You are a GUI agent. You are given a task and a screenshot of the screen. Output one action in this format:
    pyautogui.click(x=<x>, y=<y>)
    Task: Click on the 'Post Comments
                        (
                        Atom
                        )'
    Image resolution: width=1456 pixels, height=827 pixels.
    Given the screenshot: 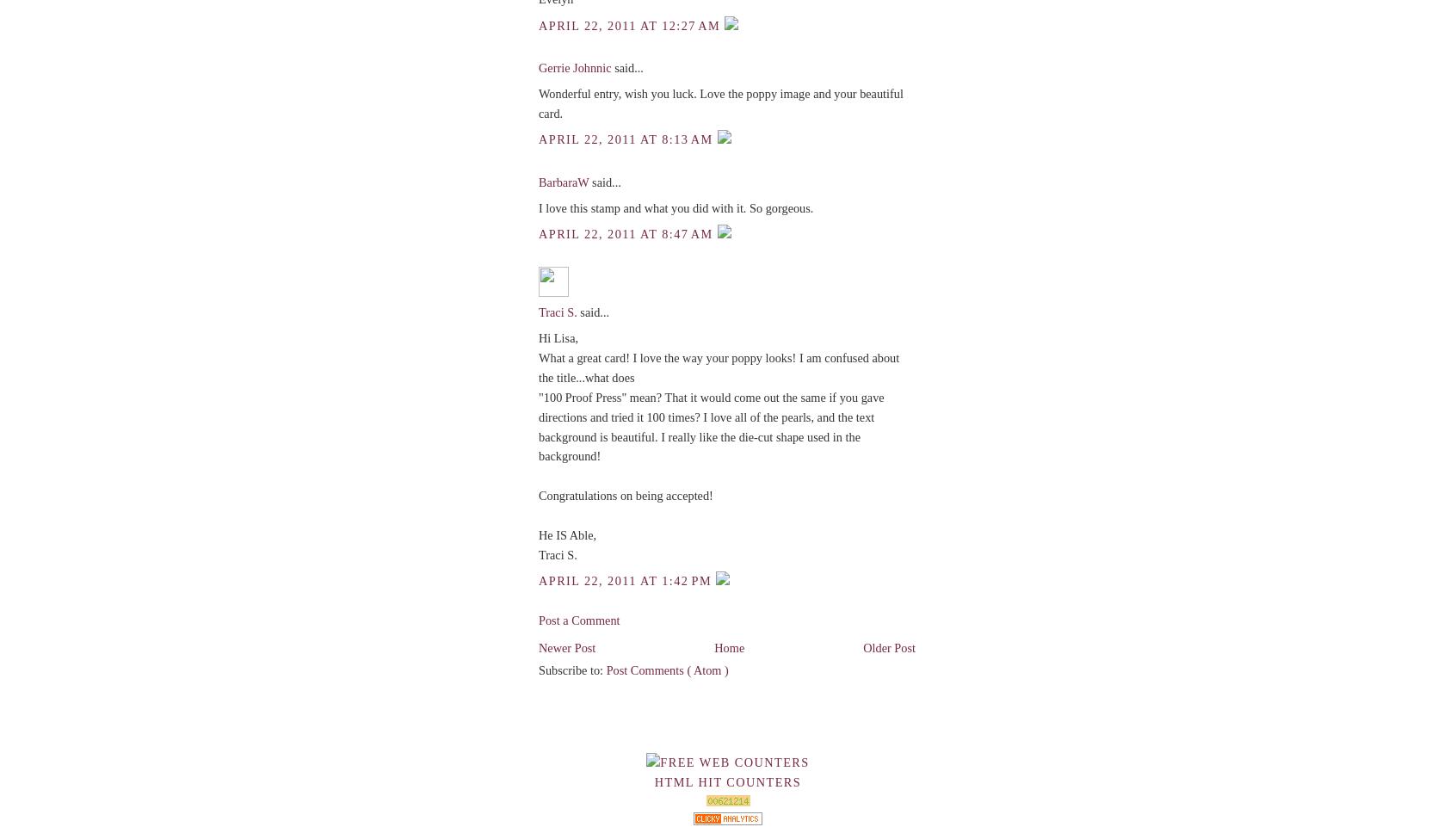 What is the action you would take?
    pyautogui.click(x=606, y=669)
    